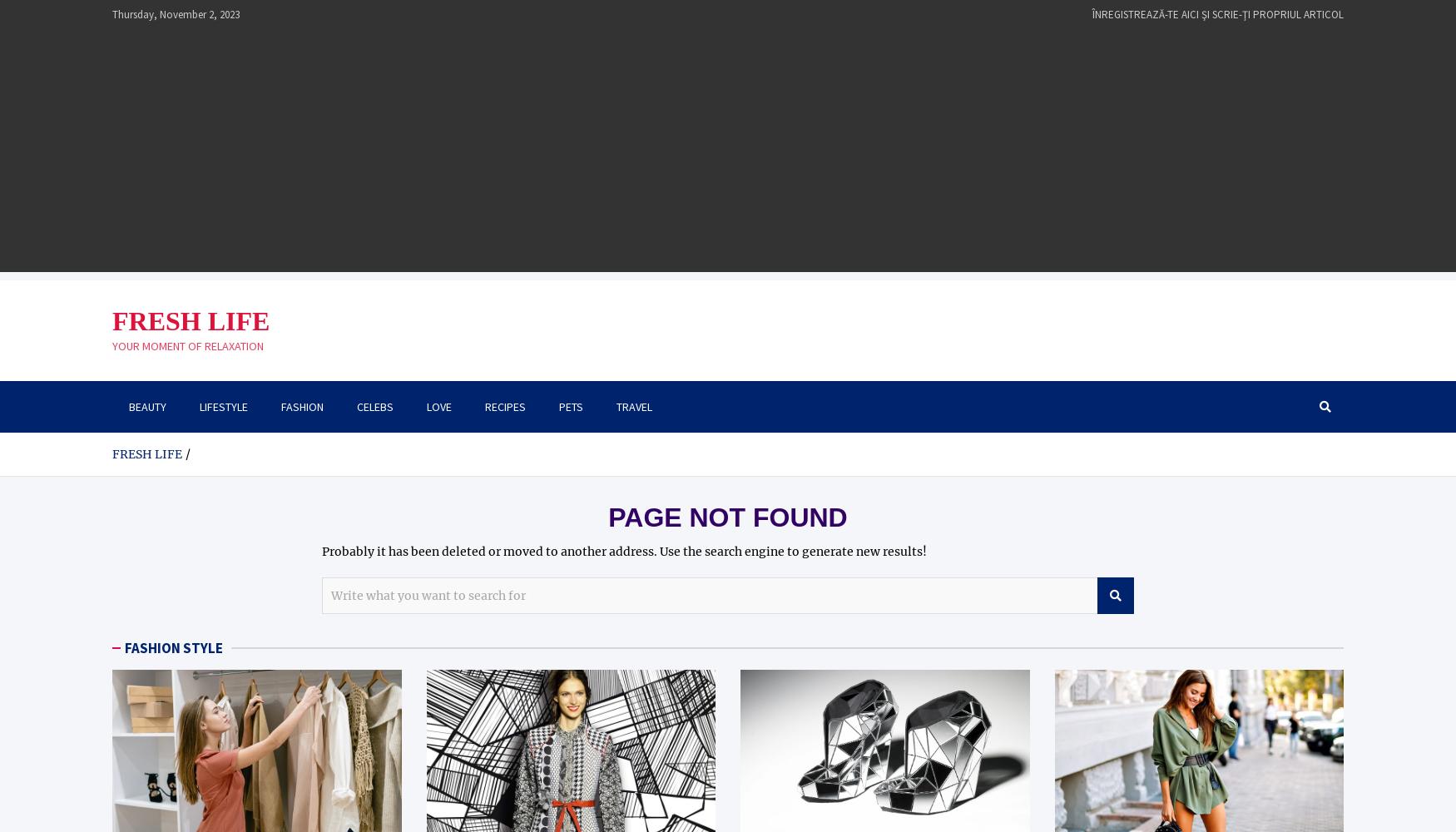  I want to click on 'ÎNREGISTREAZĂ-TE AICI ŞI SCRIE-ŢI PROPRIUL ARTICOL', so click(1218, 14).